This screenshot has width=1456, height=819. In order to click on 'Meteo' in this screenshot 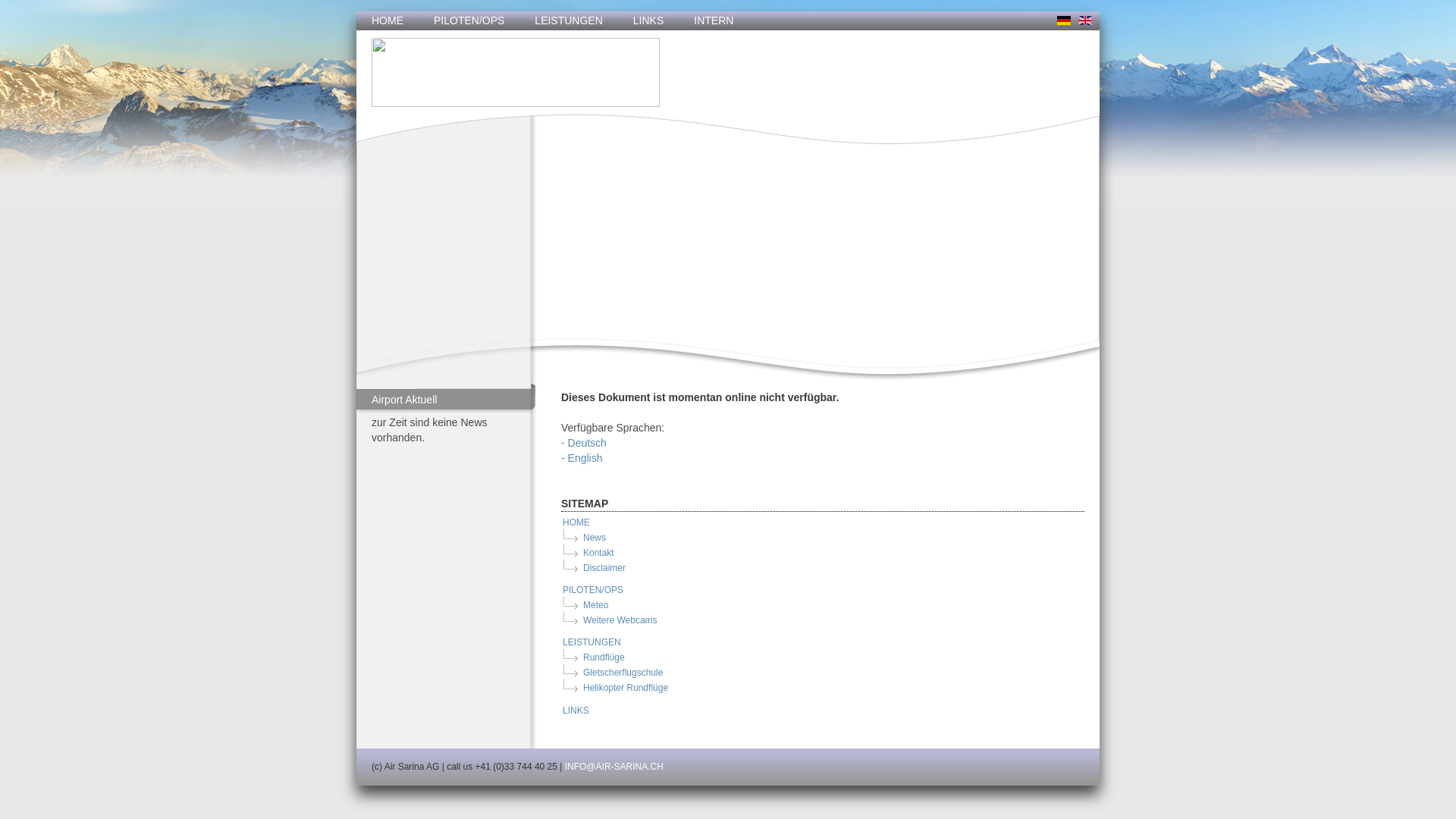, I will do `click(581, 604)`.